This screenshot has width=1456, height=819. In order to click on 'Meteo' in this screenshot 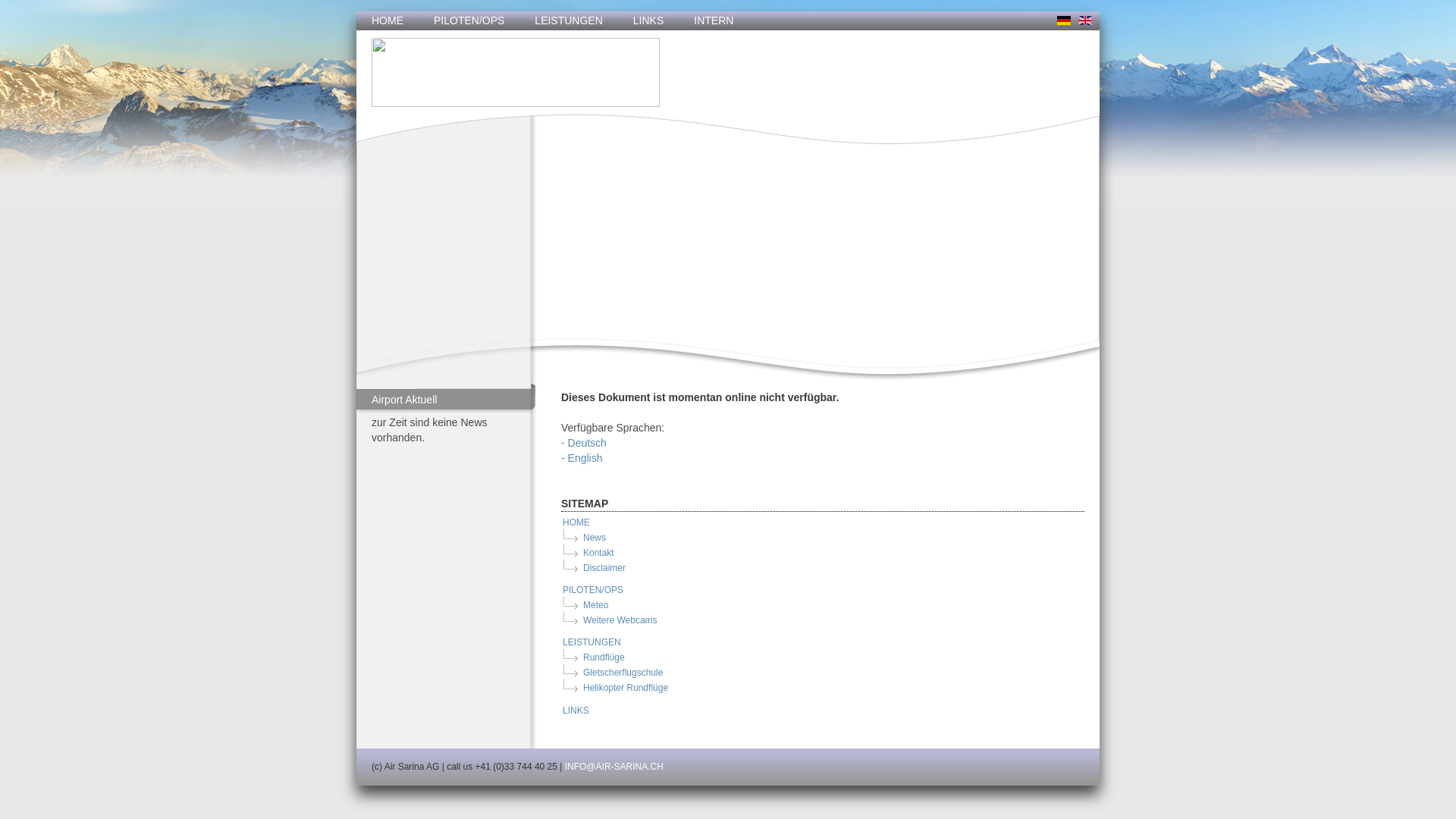, I will do `click(581, 604)`.